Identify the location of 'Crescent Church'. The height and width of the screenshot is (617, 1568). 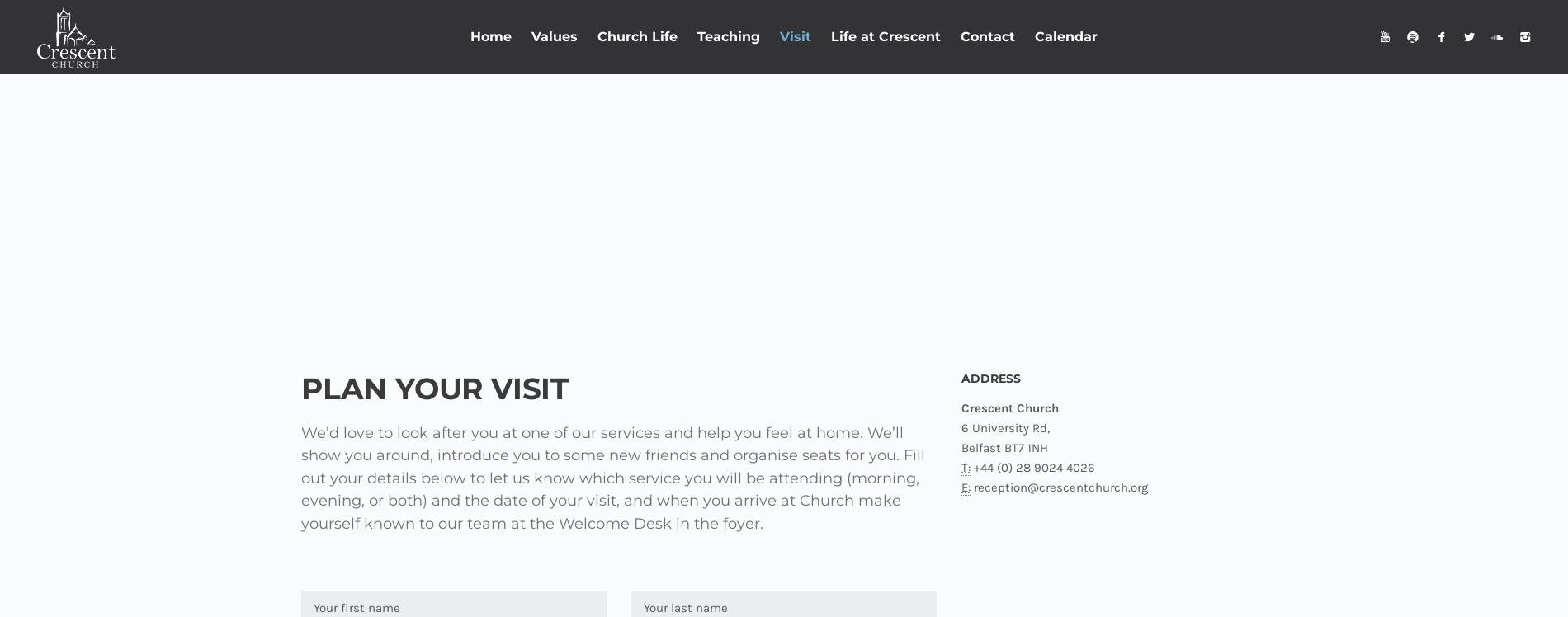
(1008, 408).